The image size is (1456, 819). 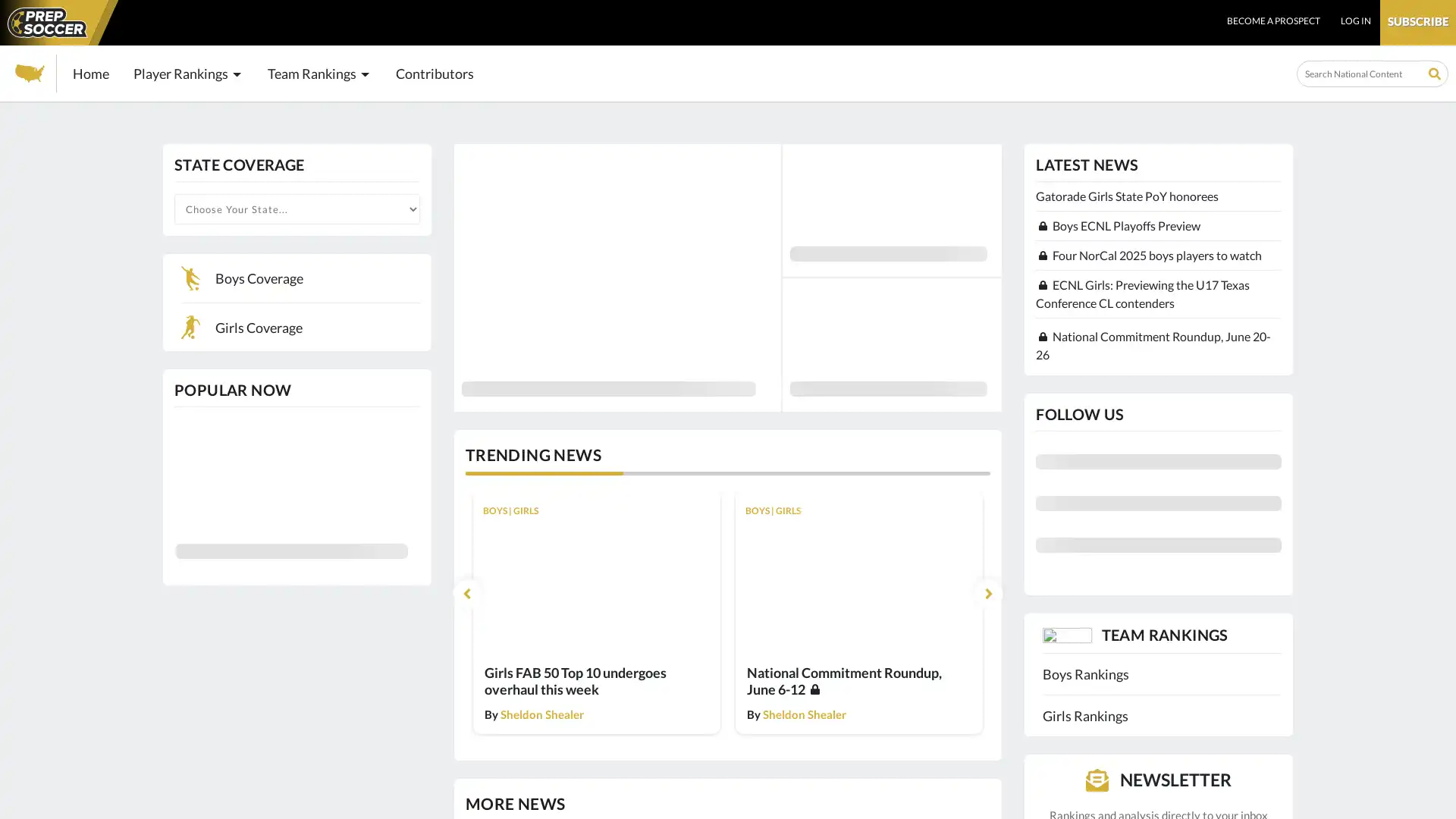 What do you see at coordinates (466, 592) in the screenshot?
I see `Previous` at bounding box center [466, 592].